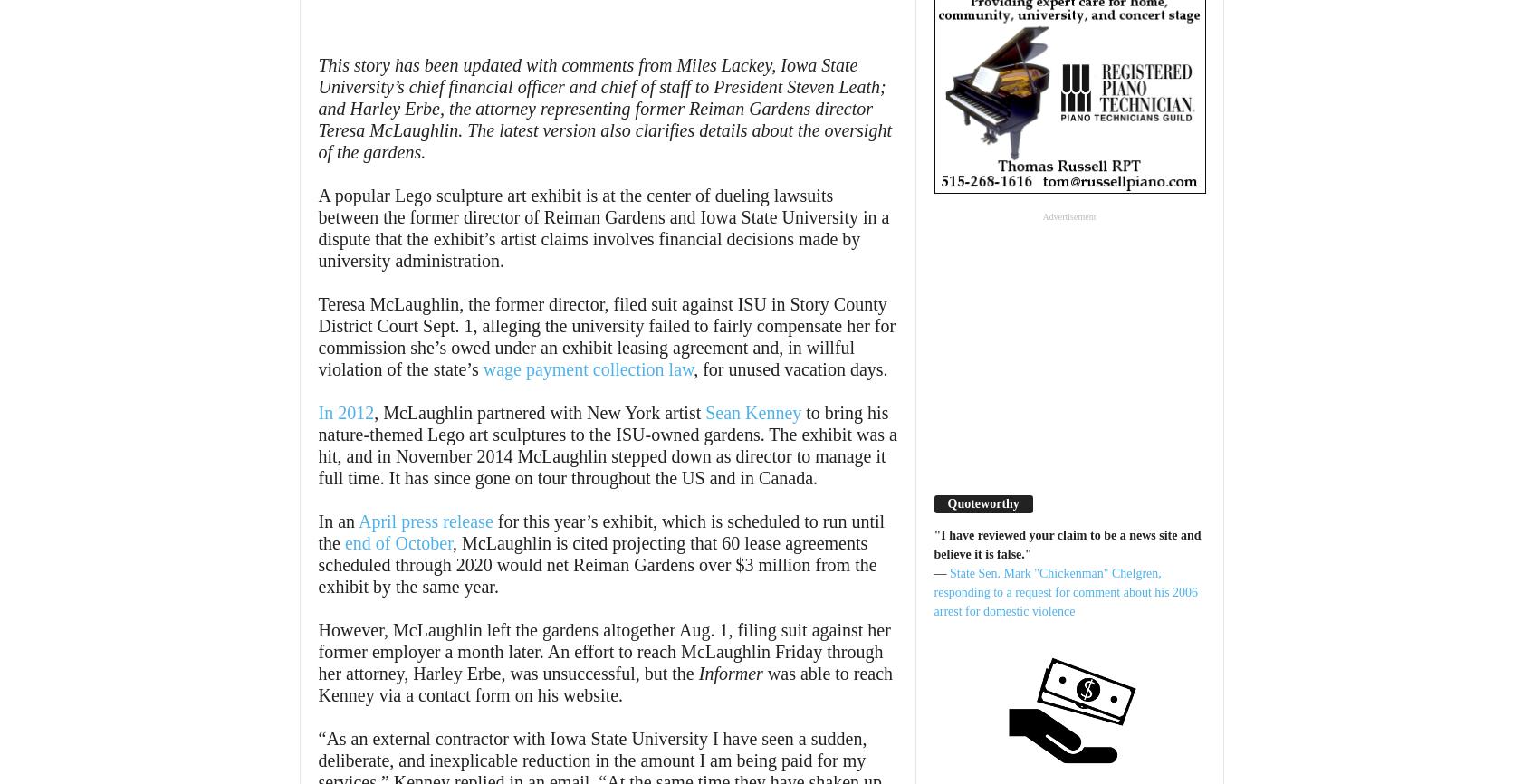 The image size is (1523, 784). I want to click on ', McLaughlin partnered with New York artist', so click(539, 413).